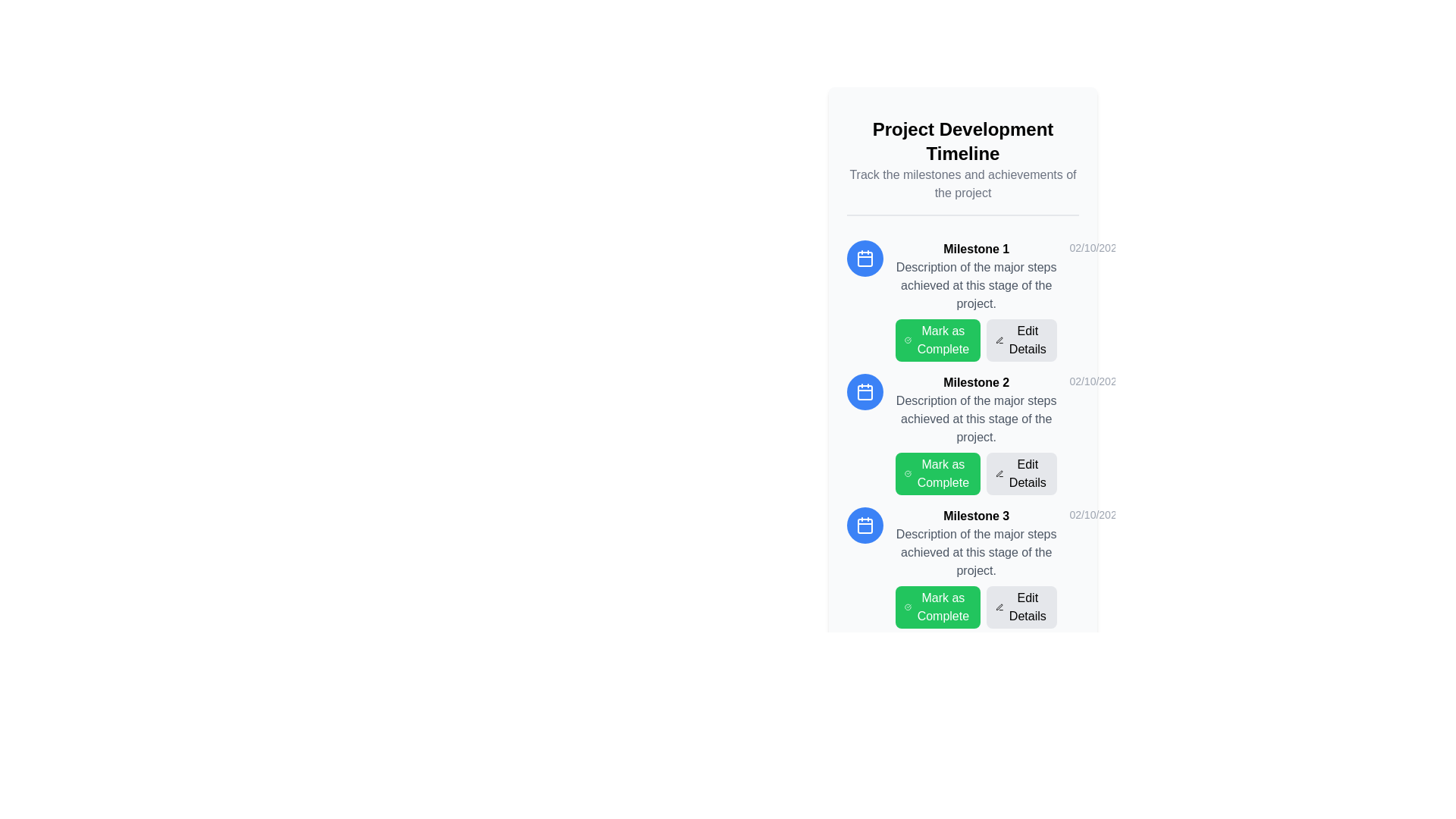 The height and width of the screenshot is (819, 1456). What do you see at coordinates (1022, 339) in the screenshot?
I see `the 'Edit Details' button, which has a light gray background, rounded corners, and a black pen icon, to invoke editing functionality` at bounding box center [1022, 339].